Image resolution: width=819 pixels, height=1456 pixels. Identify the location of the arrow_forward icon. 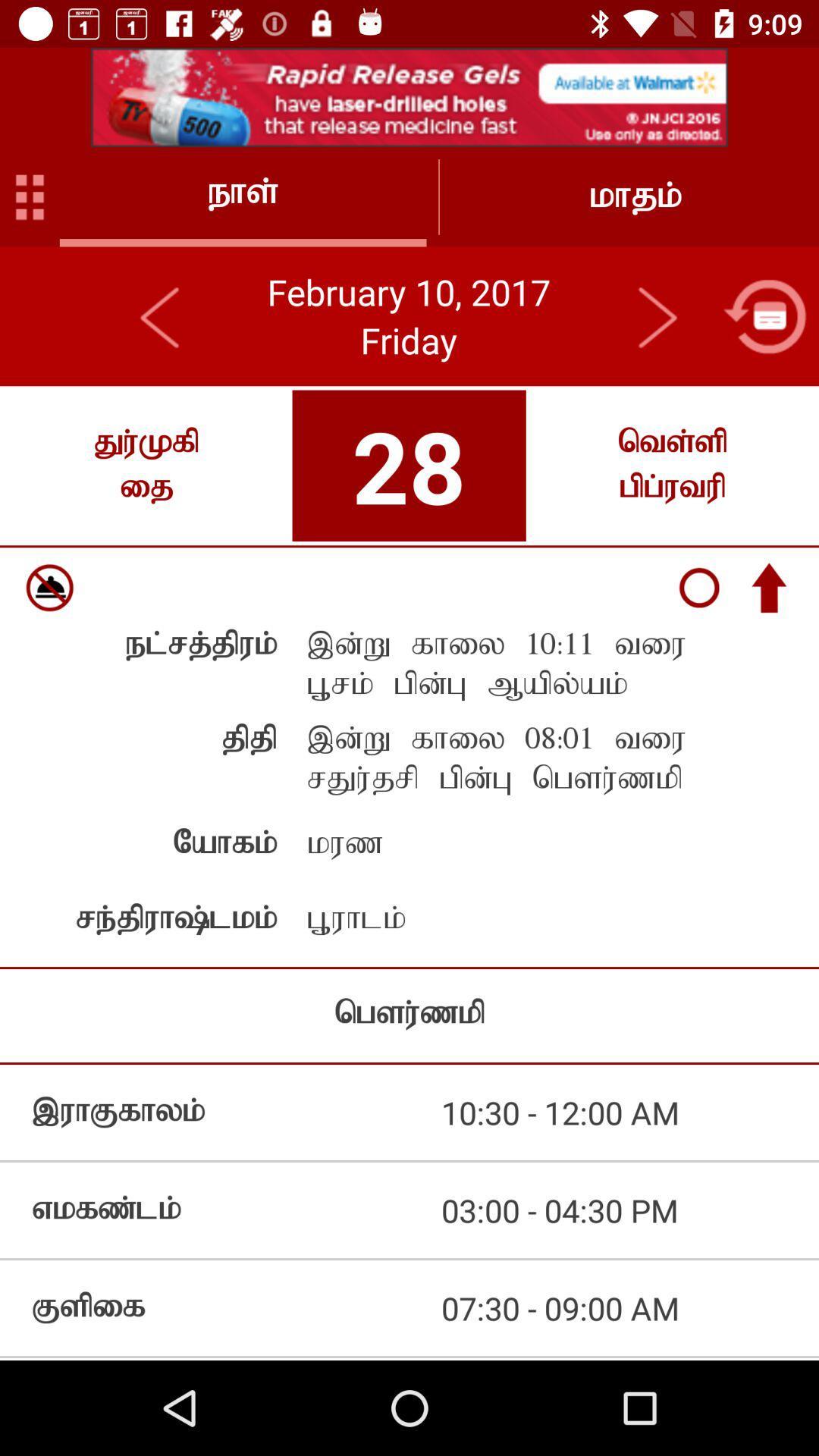
(656, 315).